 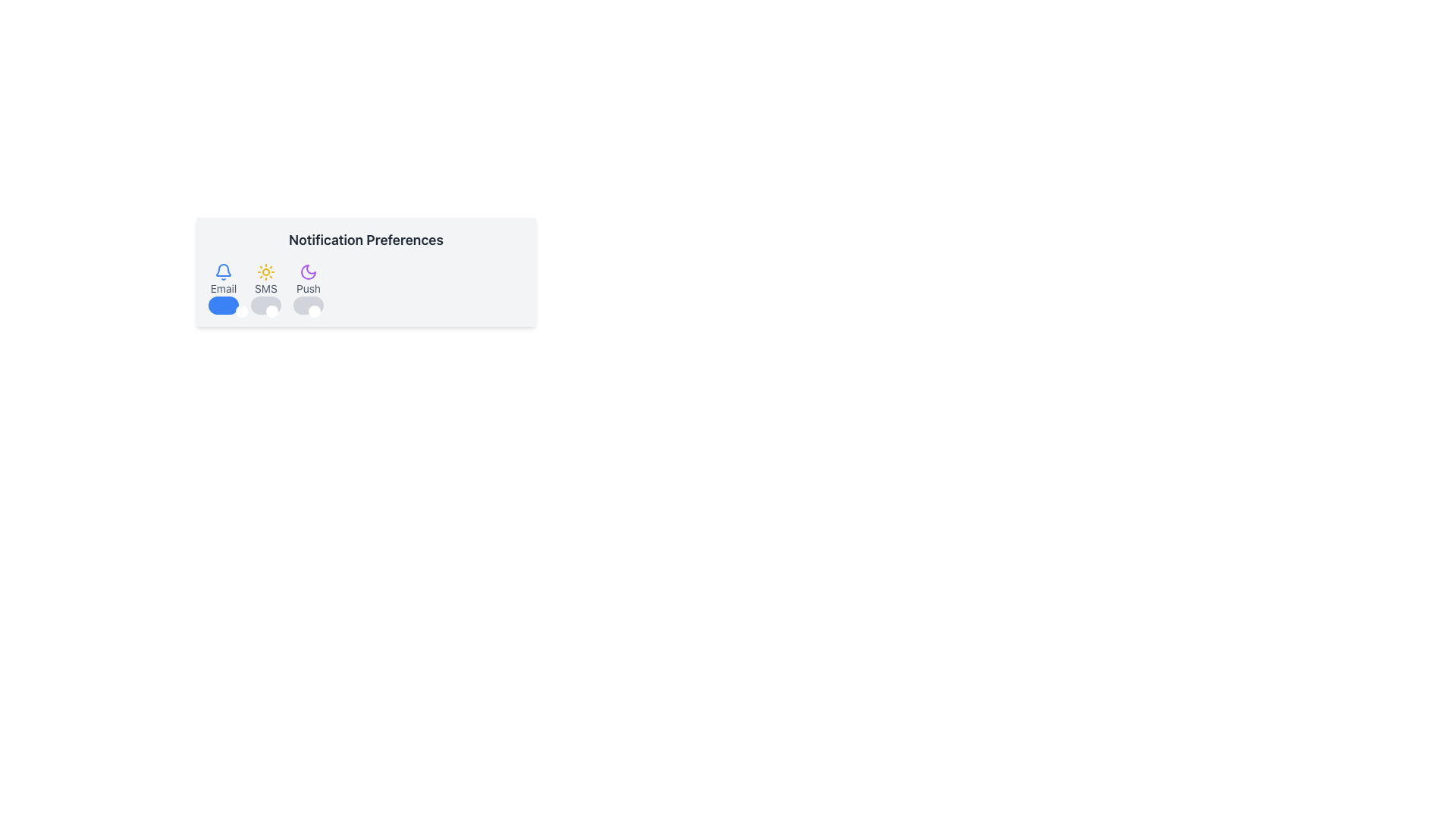 I want to click on the toggle switch for Email notifications located below the 'Email' label and icon in the 'Notification Preferences' section, so click(x=222, y=305).